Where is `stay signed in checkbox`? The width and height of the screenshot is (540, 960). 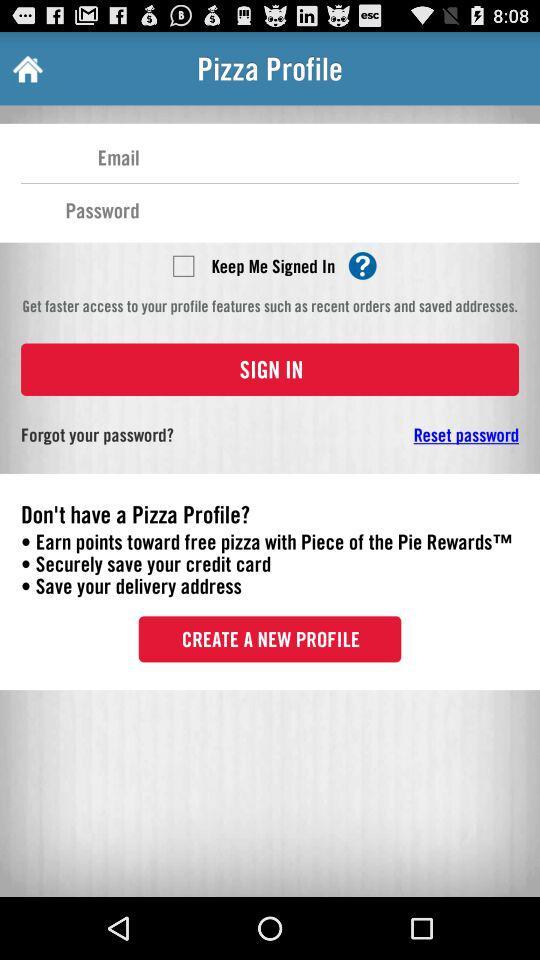
stay signed in checkbox is located at coordinates (183, 264).